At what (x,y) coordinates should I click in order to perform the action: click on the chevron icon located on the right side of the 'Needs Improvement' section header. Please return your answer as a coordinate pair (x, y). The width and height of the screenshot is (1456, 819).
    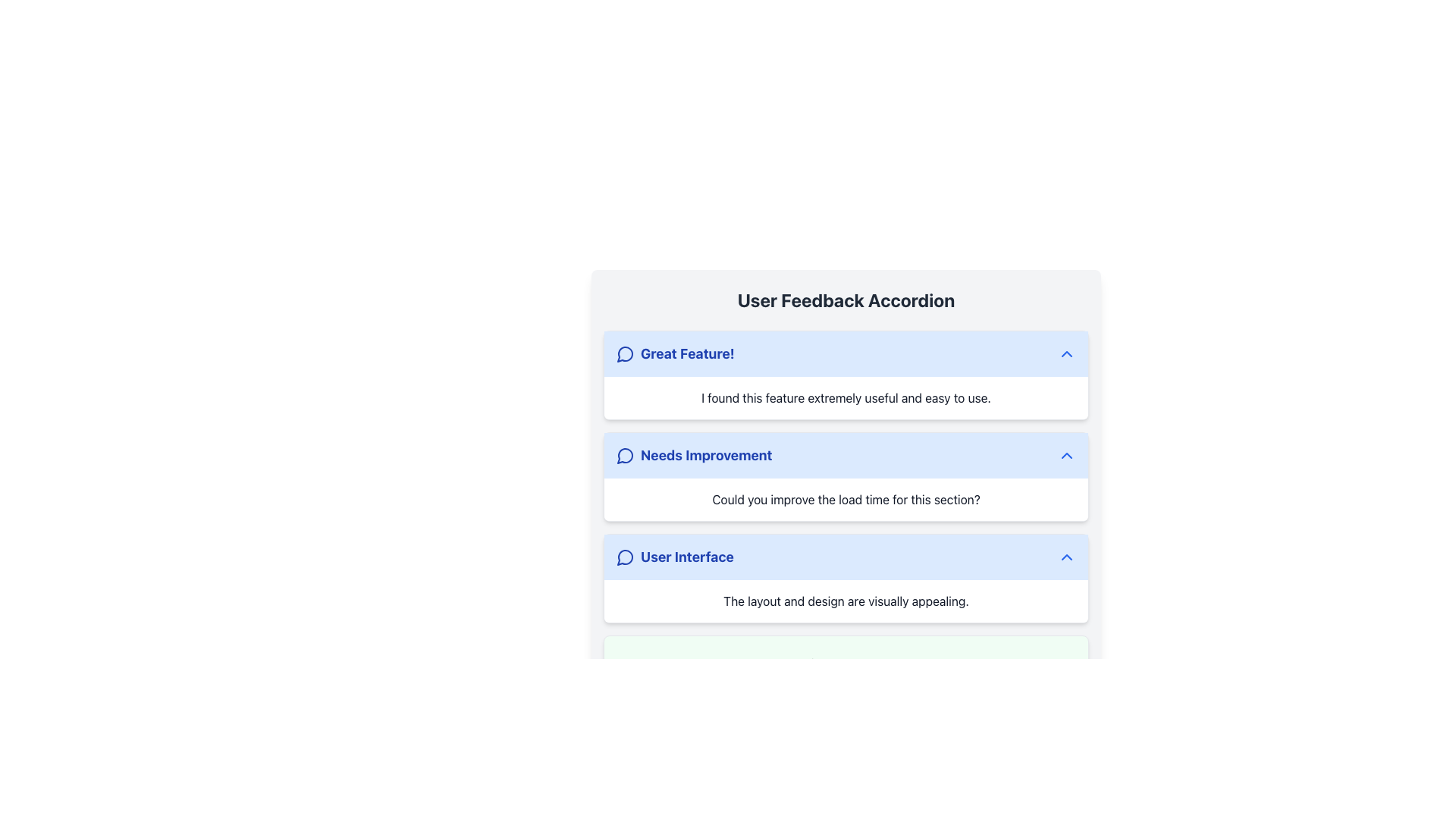
    Looking at the image, I should click on (1065, 455).